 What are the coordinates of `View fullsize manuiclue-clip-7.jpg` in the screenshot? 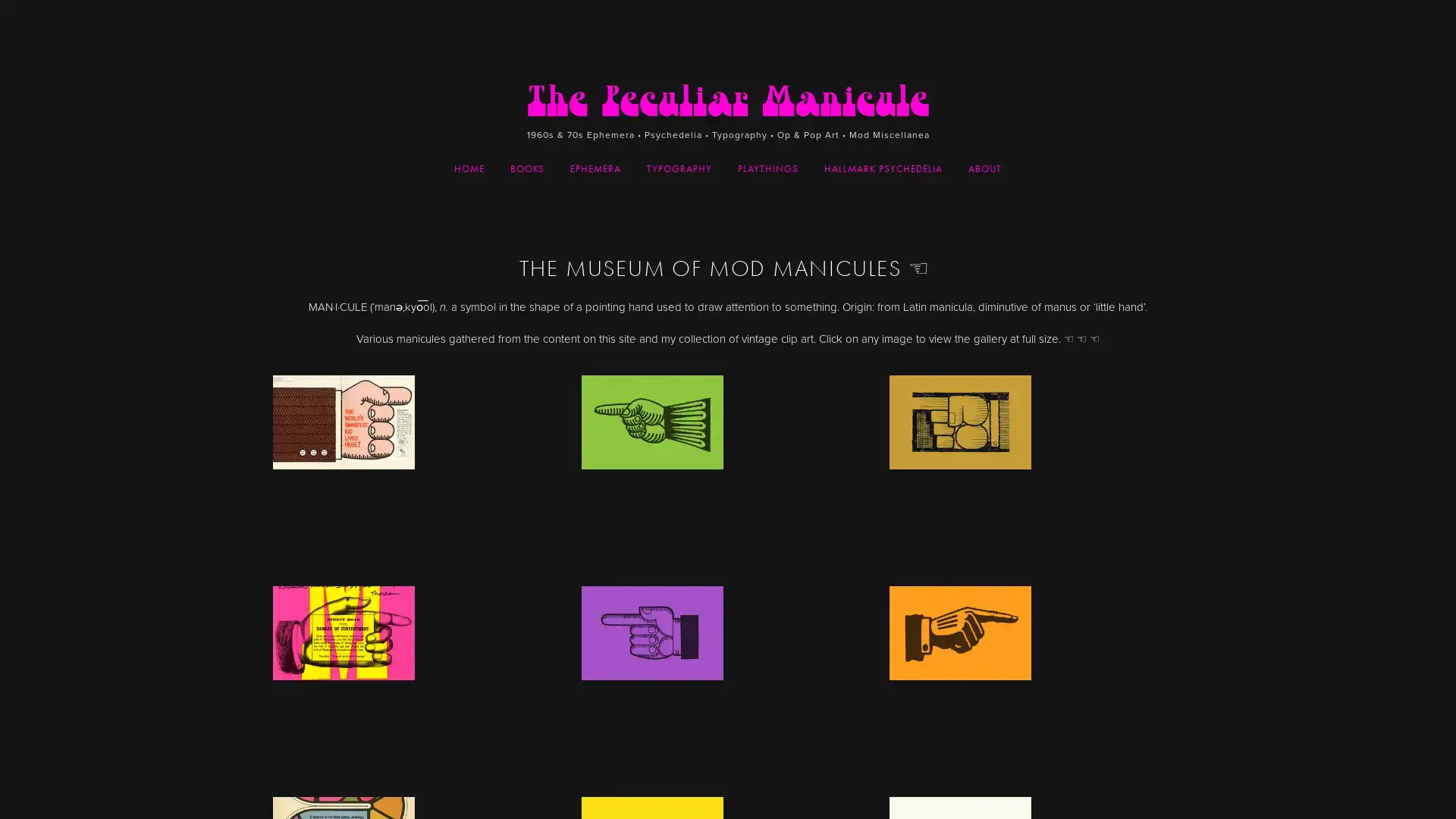 It's located at (726, 472).